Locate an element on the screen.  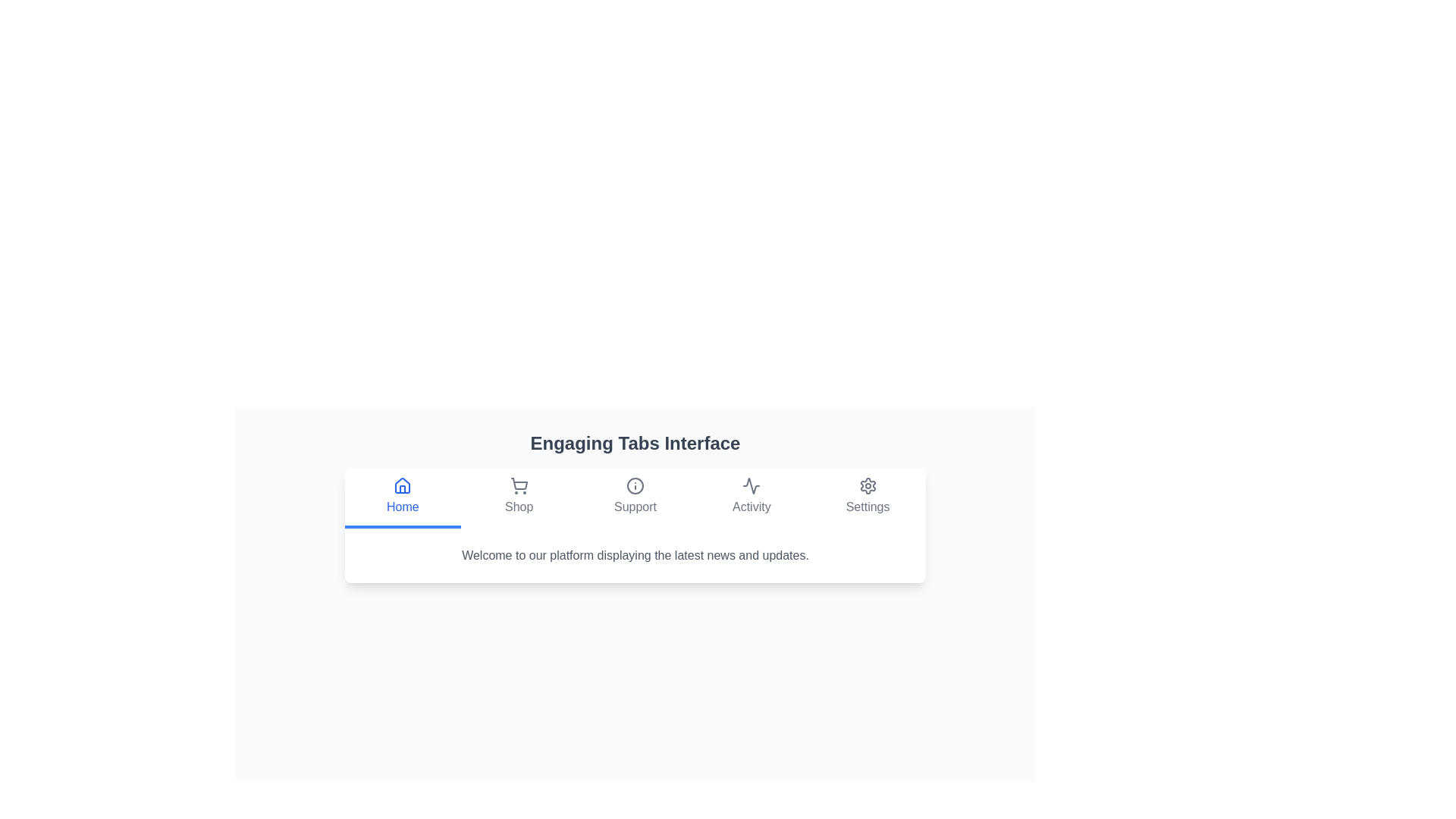
the door icon within the 'Home' section of the navigation area, specifically targeting the leftmost tab of the navigation bar is located at coordinates (403, 489).